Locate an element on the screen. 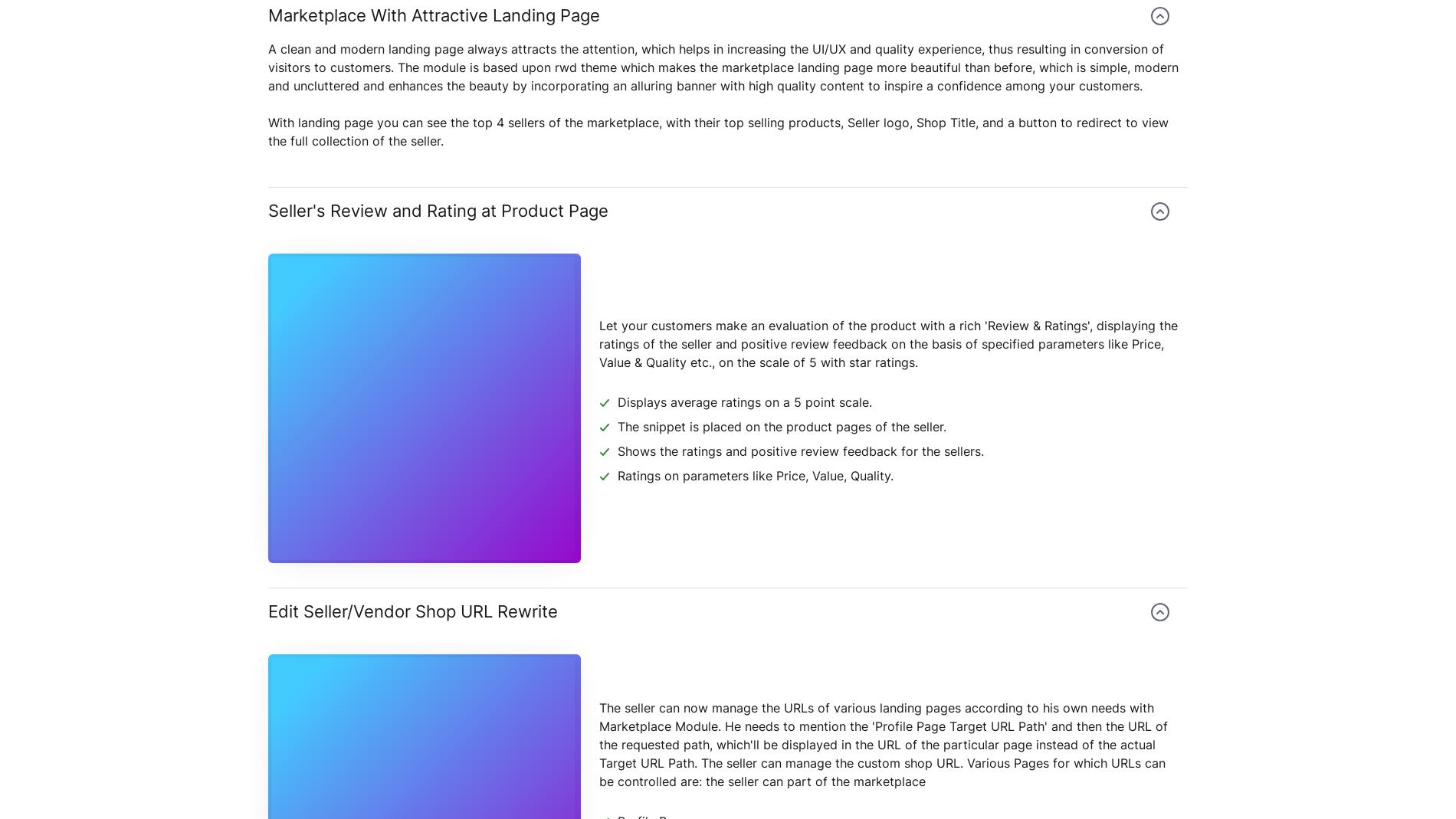 Image resolution: width=1456 pixels, height=819 pixels. 'Ratings on parameters like Price, Value, Quality.' is located at coordinates (755, 475).